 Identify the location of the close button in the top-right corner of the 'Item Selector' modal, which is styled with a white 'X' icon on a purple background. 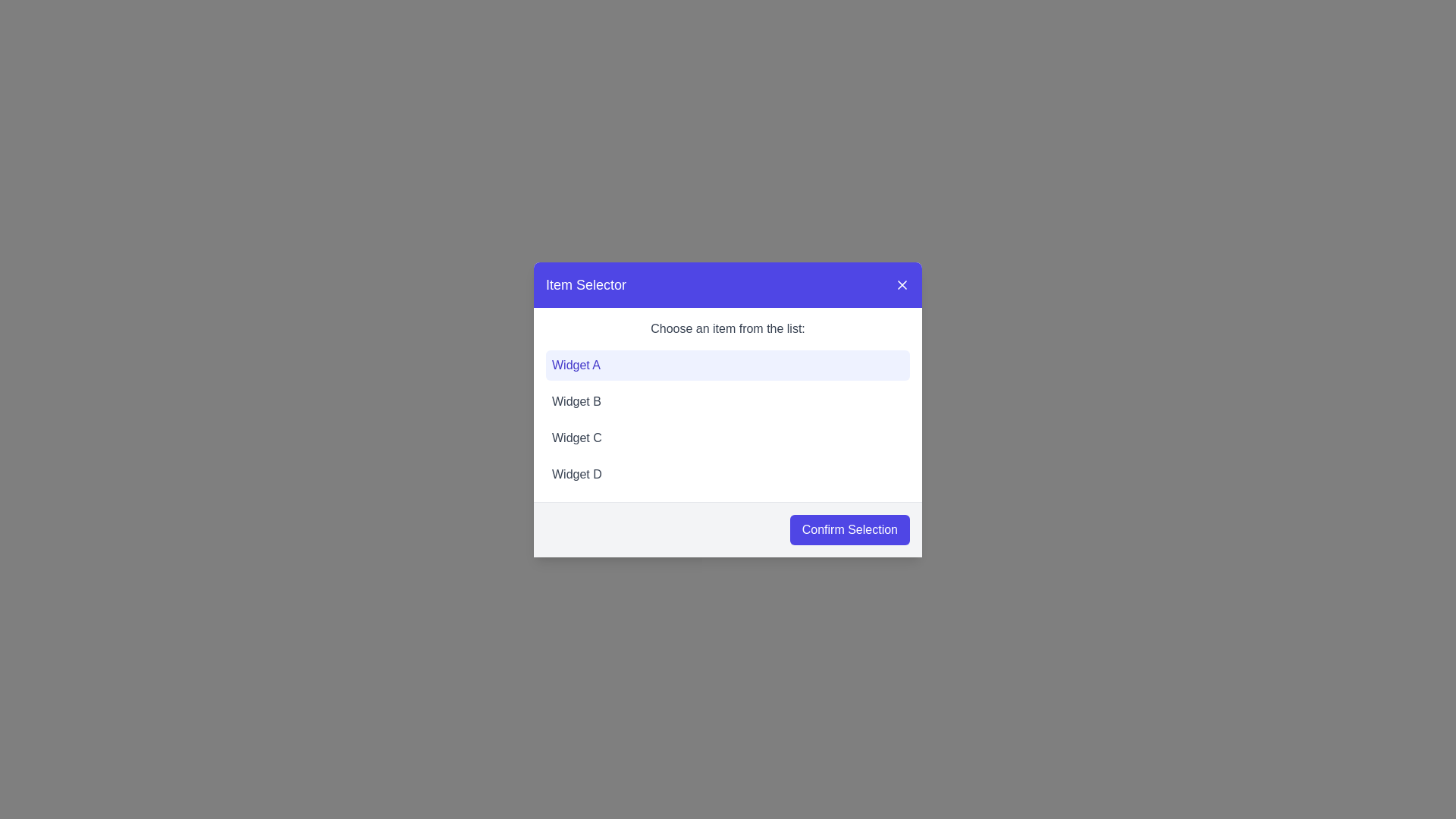
(902, 284).